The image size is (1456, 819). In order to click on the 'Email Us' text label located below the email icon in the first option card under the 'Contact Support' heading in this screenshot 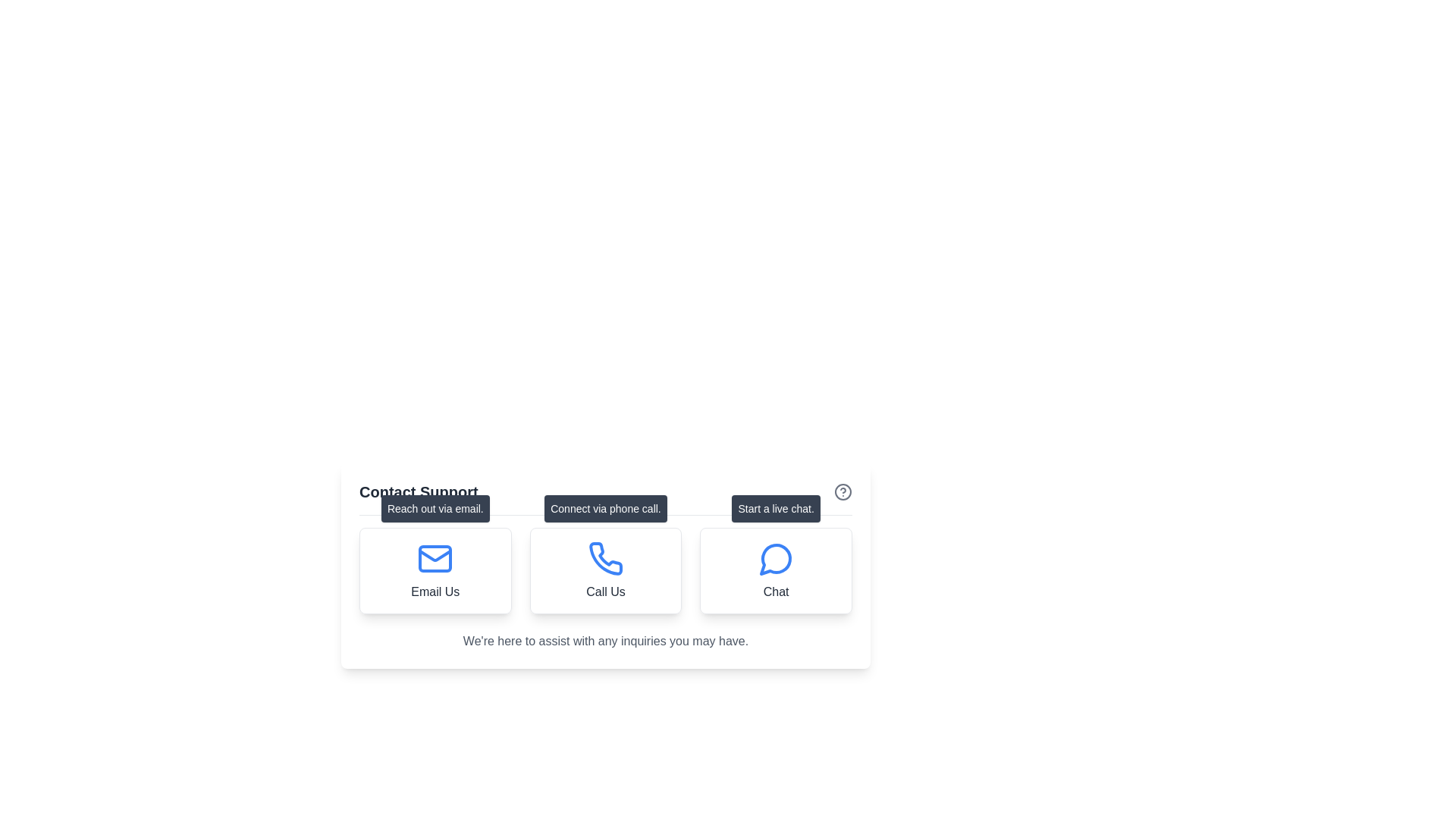, I will do `click(435, 591)`.